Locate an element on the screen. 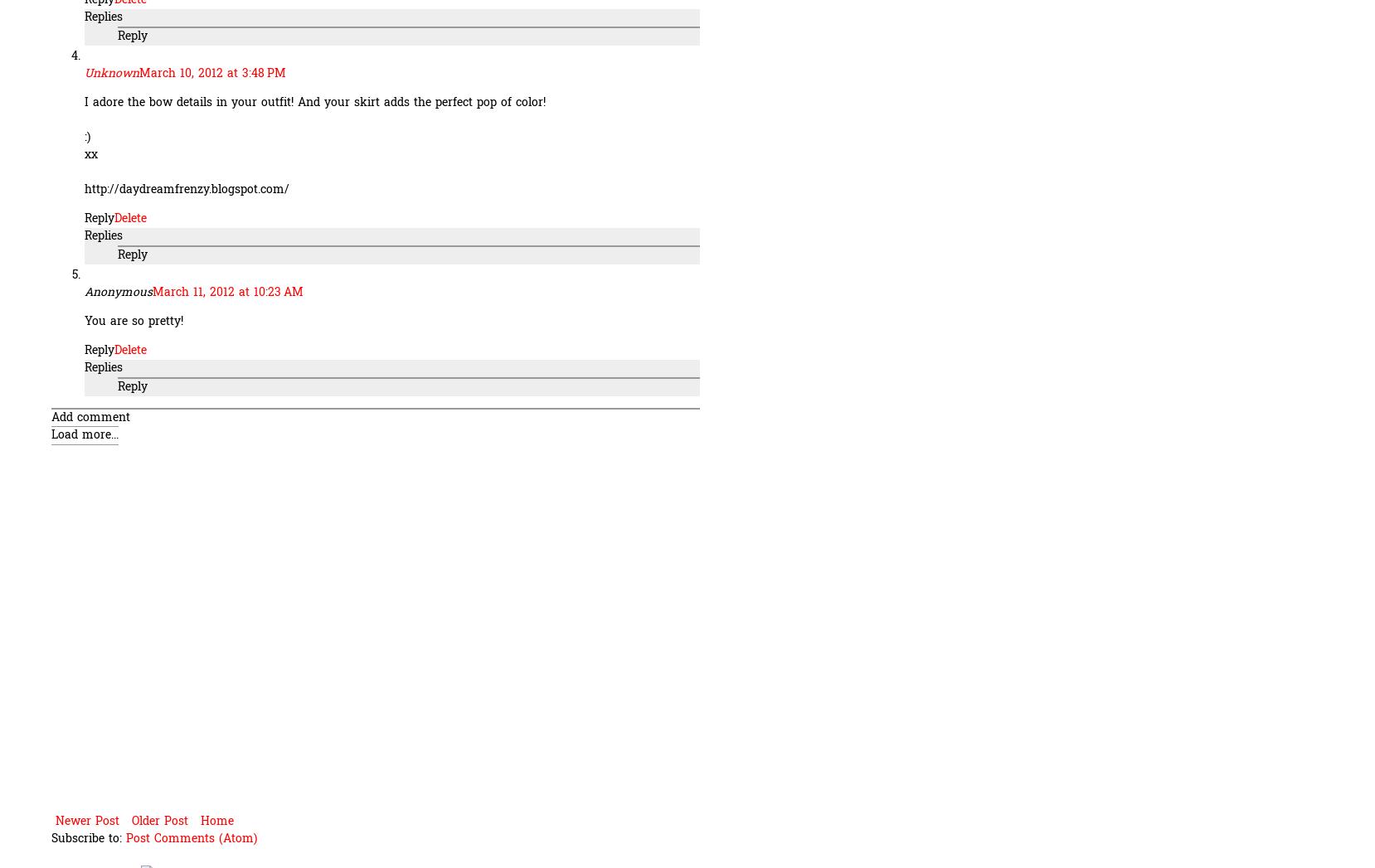 The height and width of the screenshot is (868, 1375). 'Home' is located at coordinates (216, 820).